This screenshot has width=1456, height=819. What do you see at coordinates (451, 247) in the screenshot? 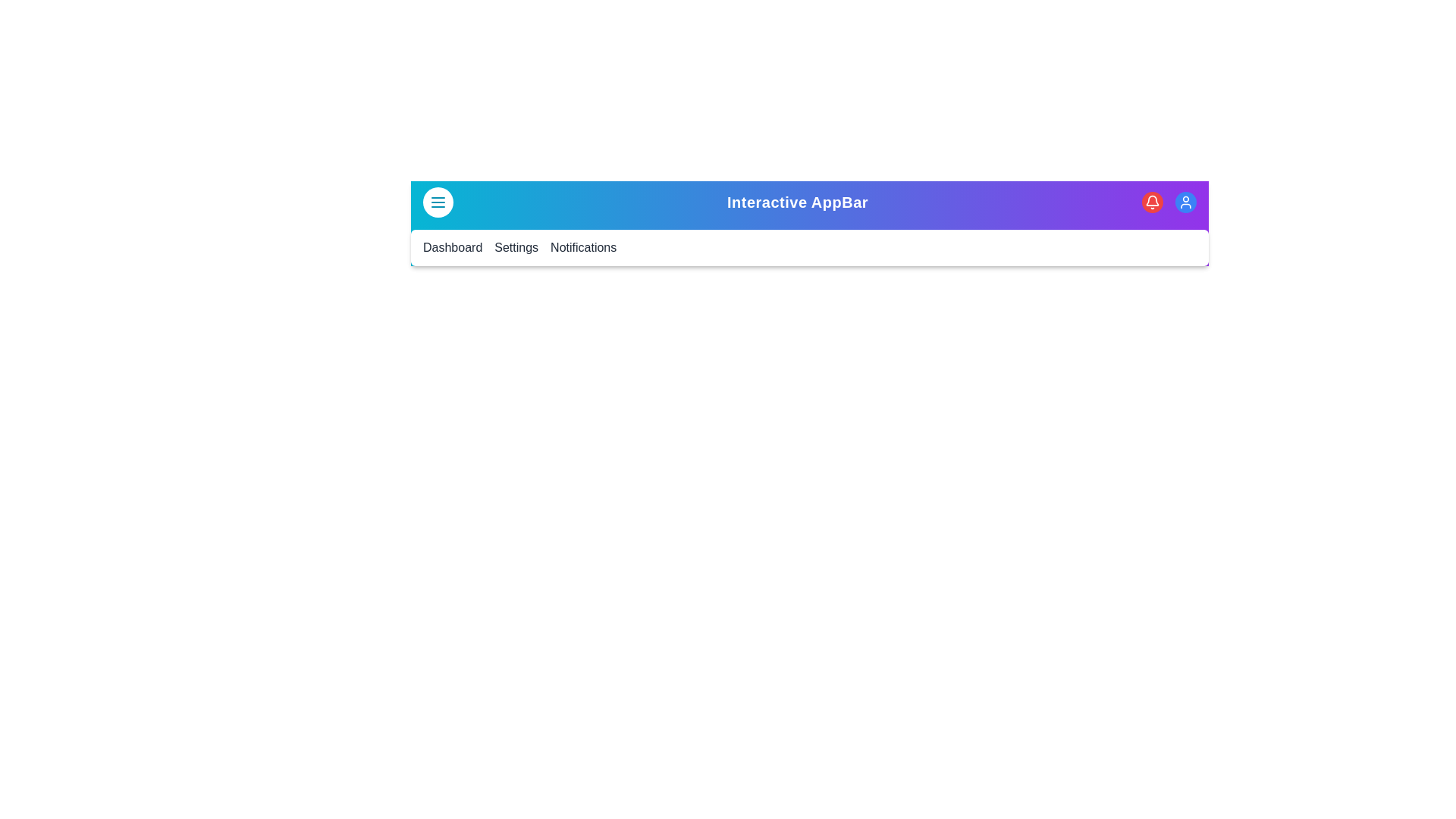
I see `the Dashboard button to navigate to the desired section` at bounding box center [451, 247].